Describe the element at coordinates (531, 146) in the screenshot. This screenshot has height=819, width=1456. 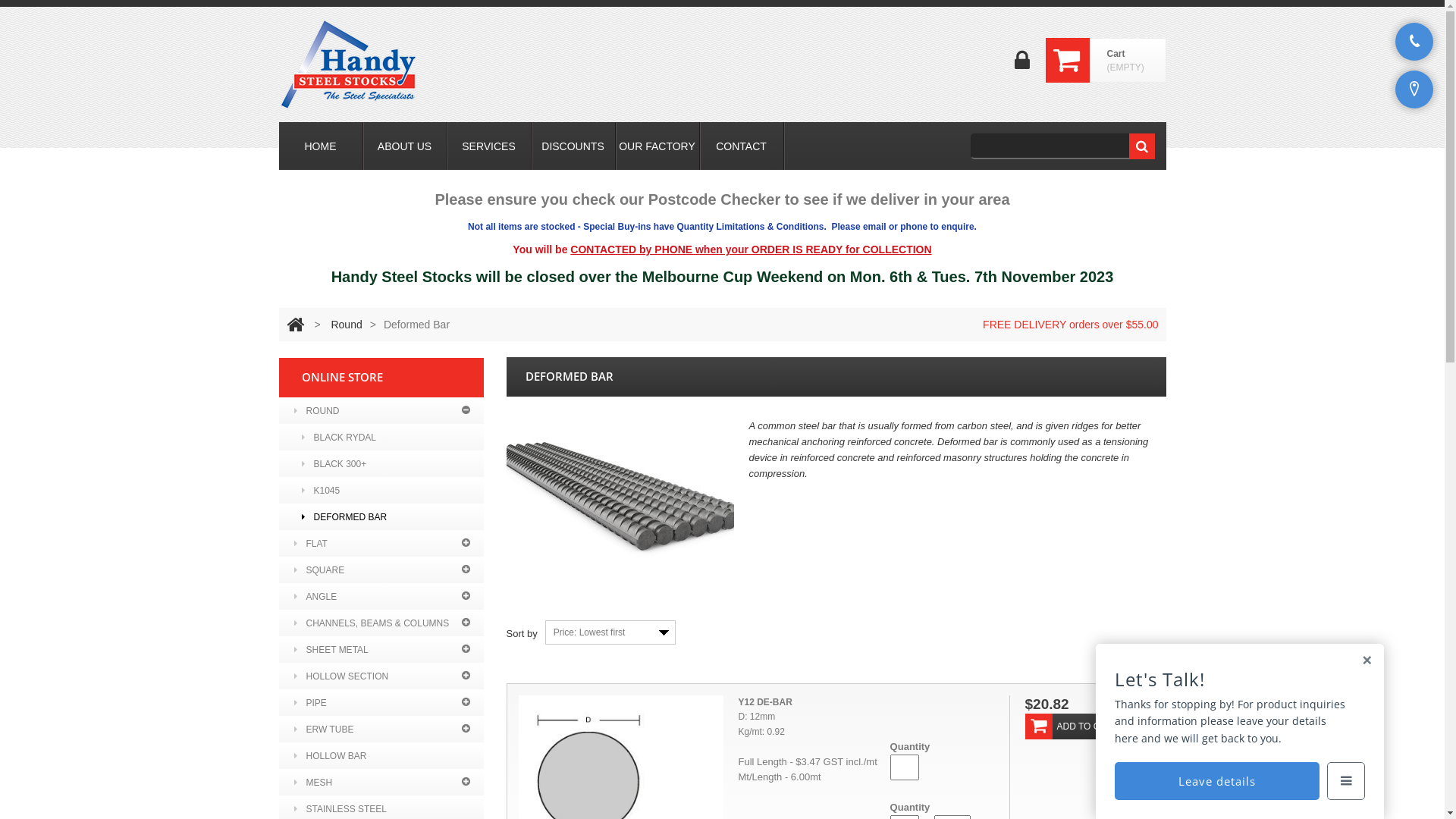
I see `'DISCOUNTS'` at that location.